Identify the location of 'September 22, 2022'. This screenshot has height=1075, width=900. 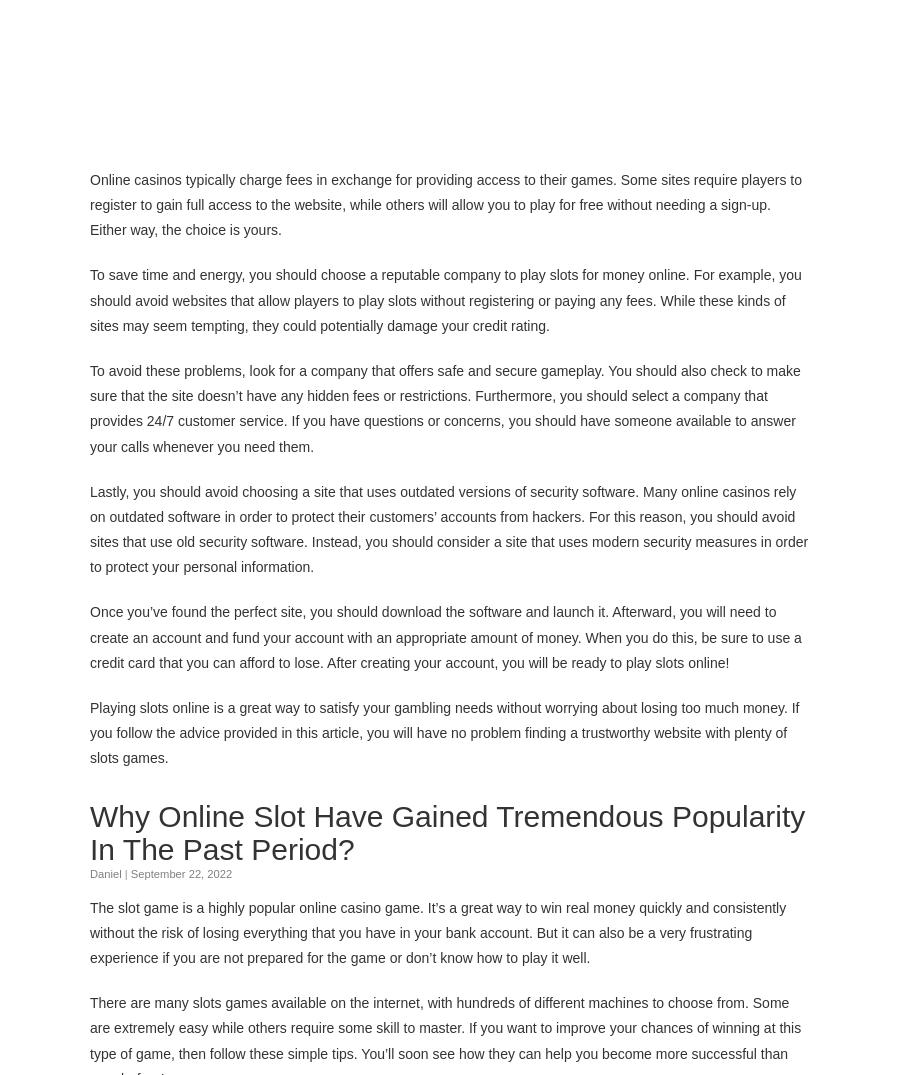
(129, 873).